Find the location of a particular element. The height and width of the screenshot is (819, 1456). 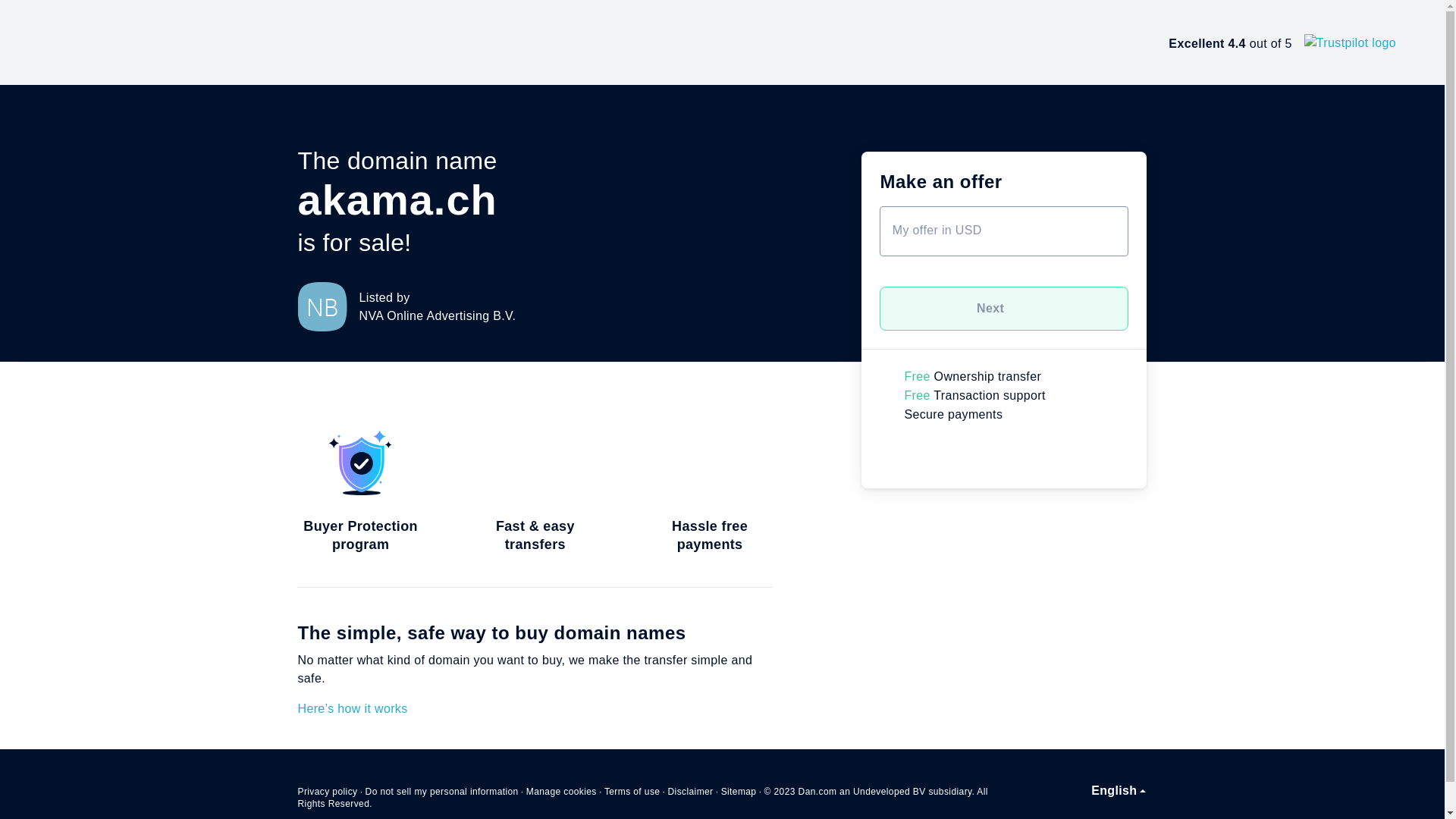

'Disclaimer' is located at coordinates (689, 791).